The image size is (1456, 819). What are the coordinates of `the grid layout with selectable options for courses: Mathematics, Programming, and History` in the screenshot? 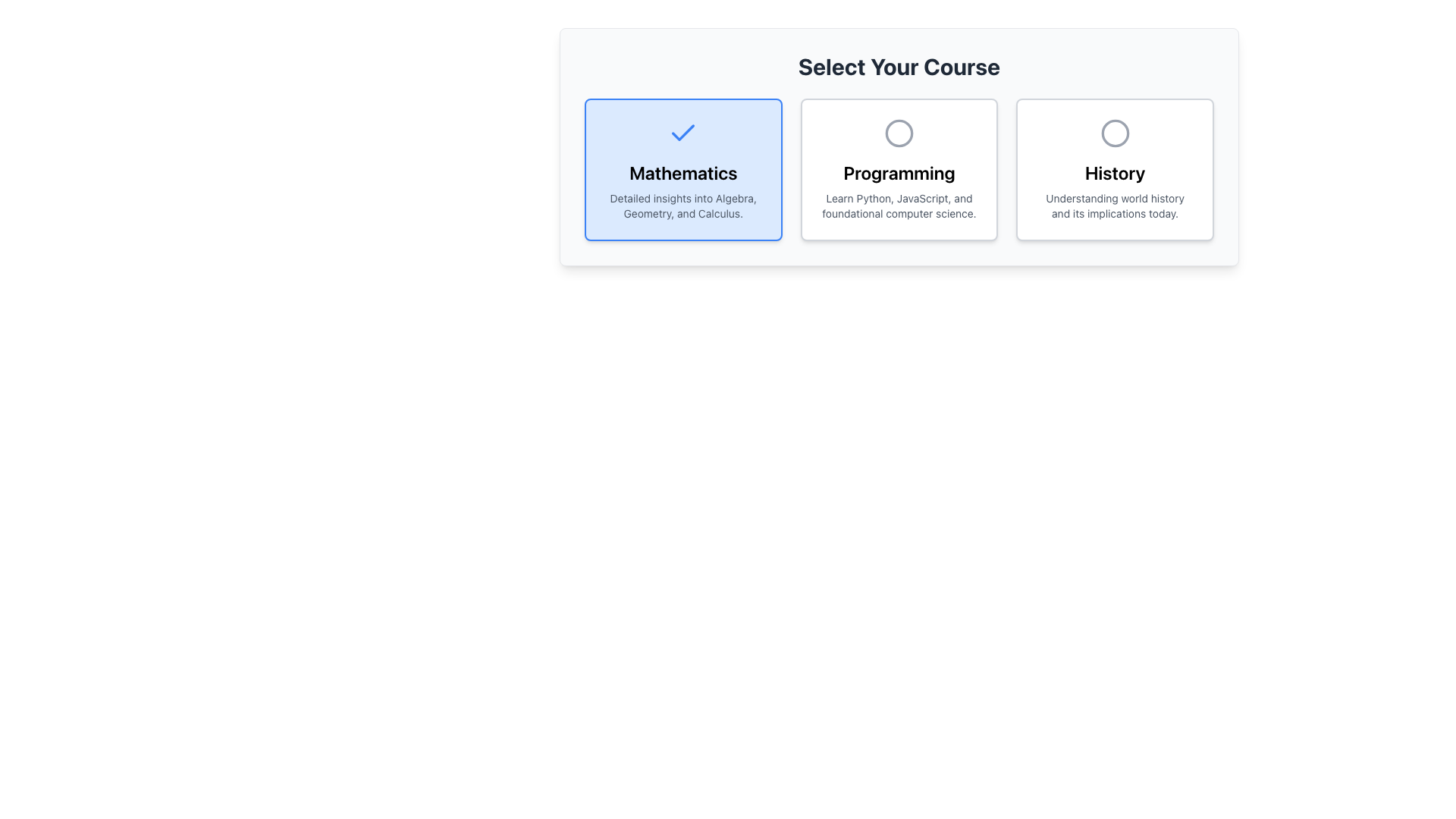 It's located at (899, 169).